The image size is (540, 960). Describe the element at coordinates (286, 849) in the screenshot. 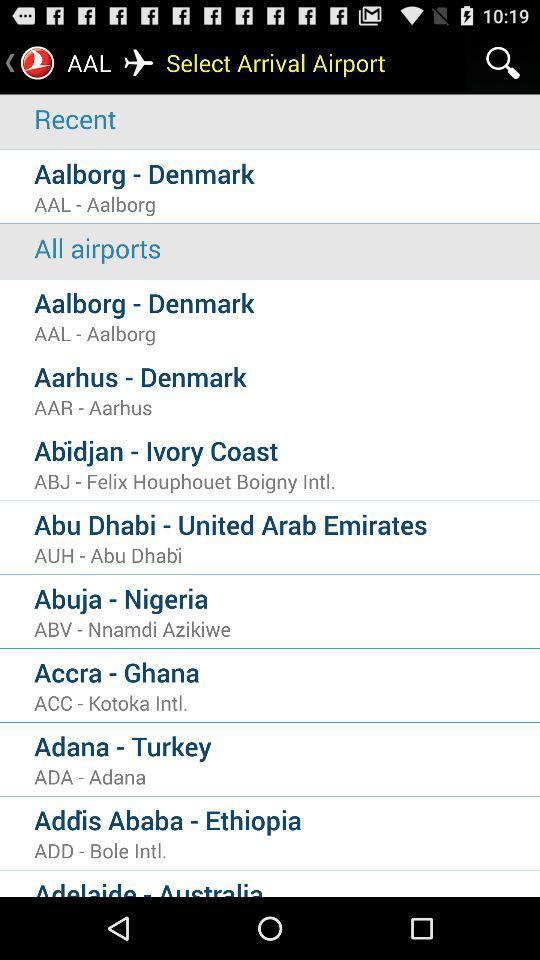

I see `add - bole intl.` at that location.